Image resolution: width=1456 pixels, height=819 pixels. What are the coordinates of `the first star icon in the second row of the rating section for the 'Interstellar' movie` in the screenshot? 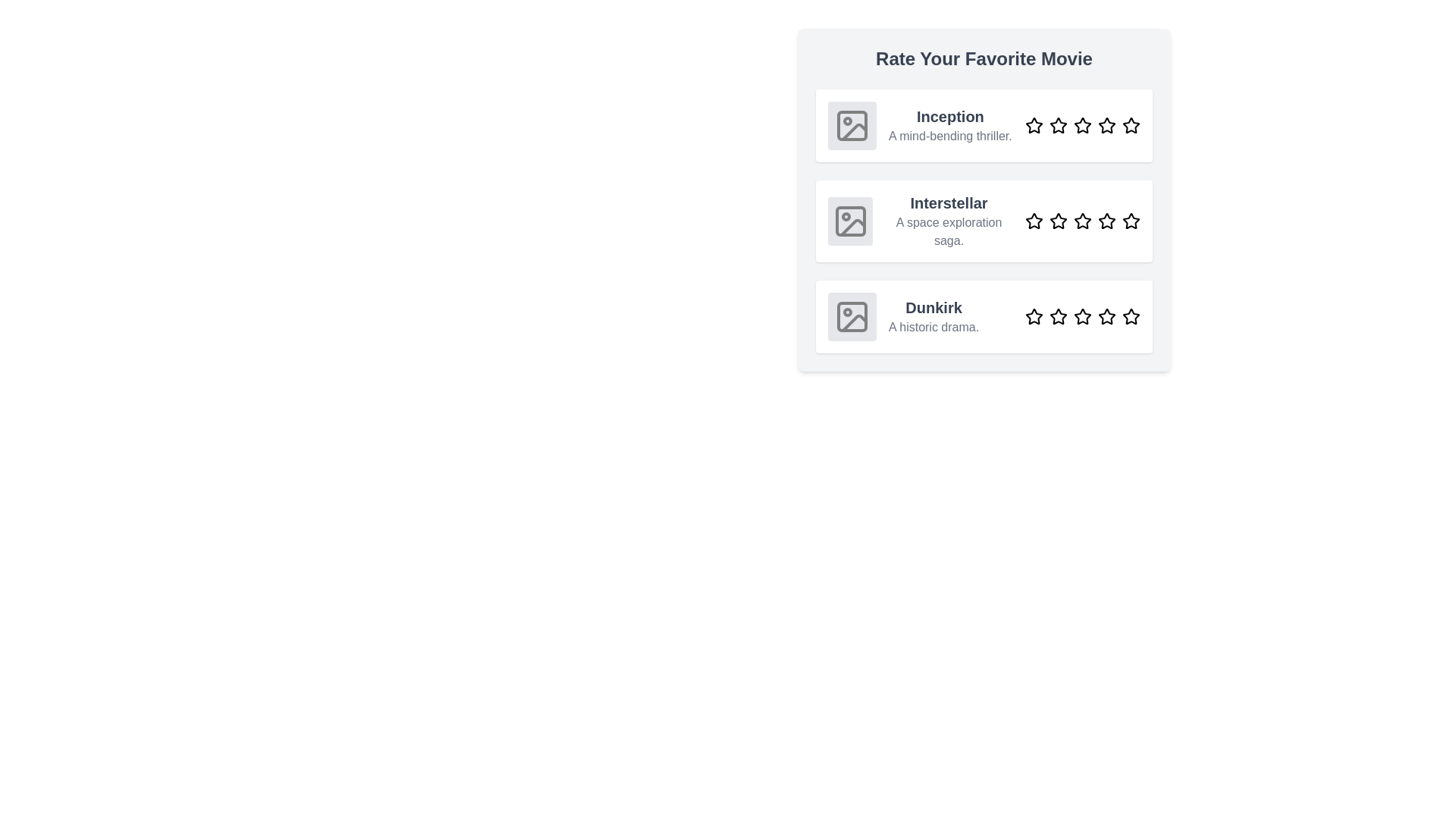 It's located at (1033, 221).